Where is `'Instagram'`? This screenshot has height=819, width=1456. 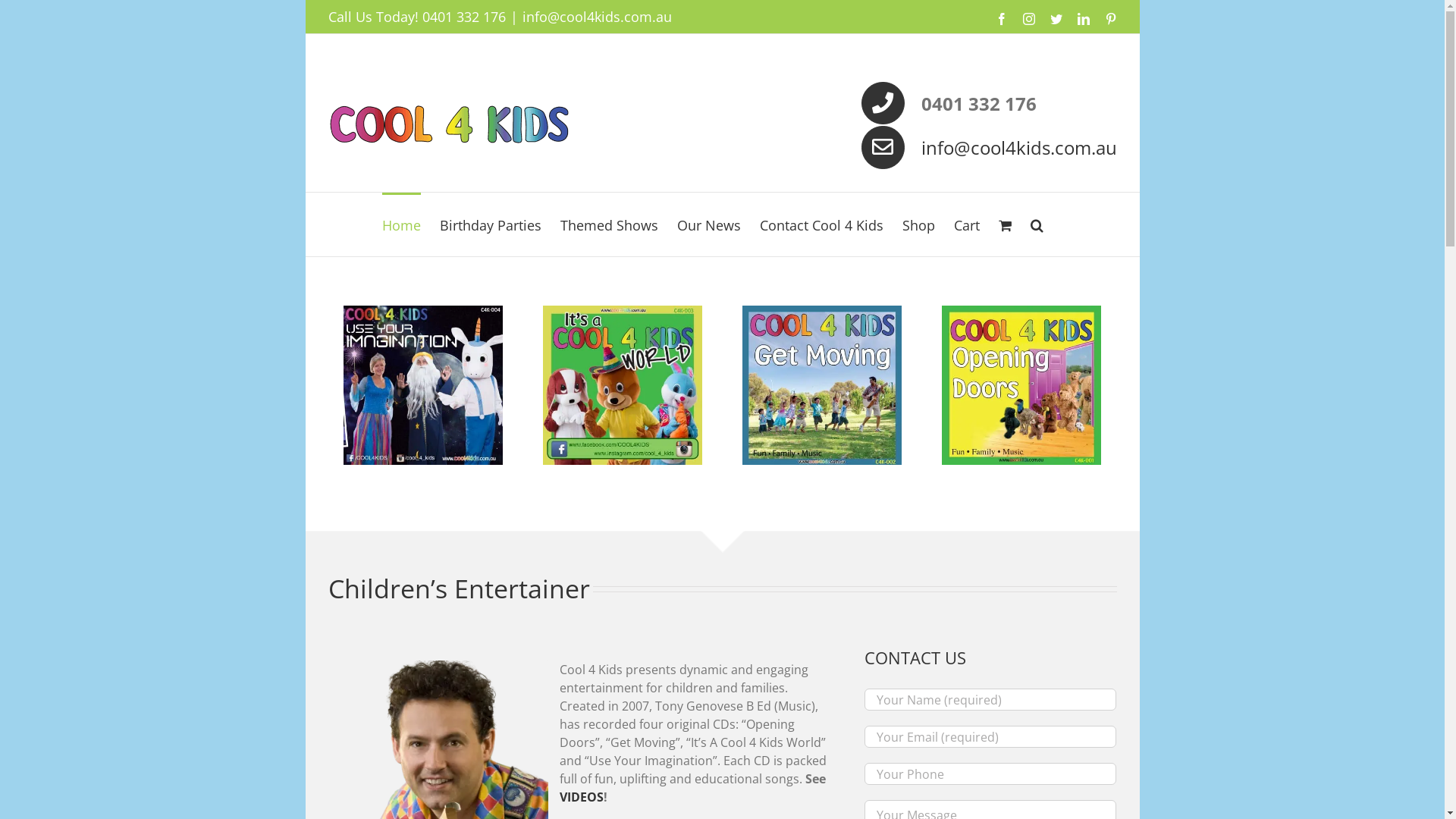 'Instagram' is located at coordinates (1028, 18).